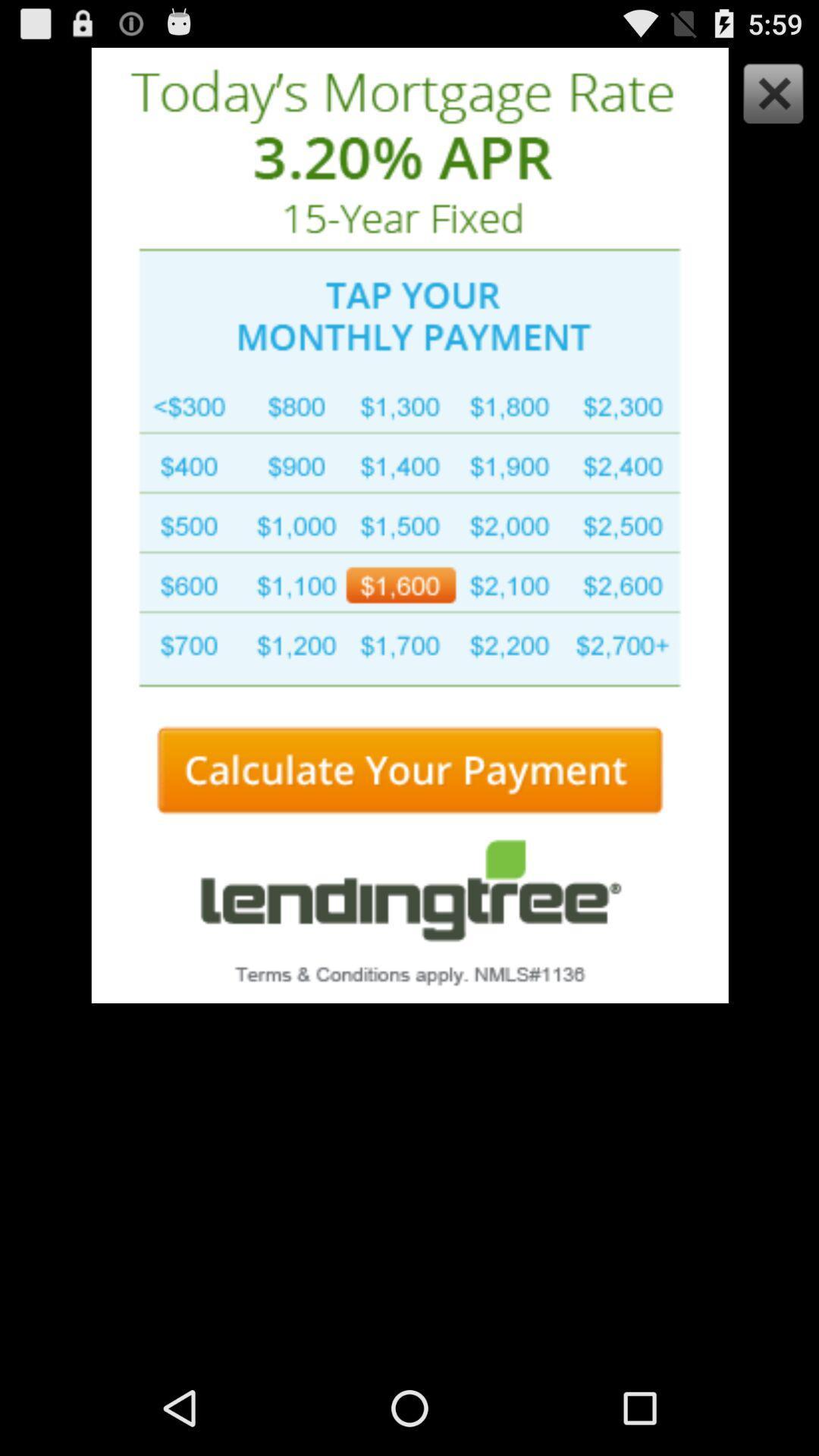  What do you see at coordinates (769, 96) in the screenshot?
I see `exit advertisement` at bounding box center [769, 96].